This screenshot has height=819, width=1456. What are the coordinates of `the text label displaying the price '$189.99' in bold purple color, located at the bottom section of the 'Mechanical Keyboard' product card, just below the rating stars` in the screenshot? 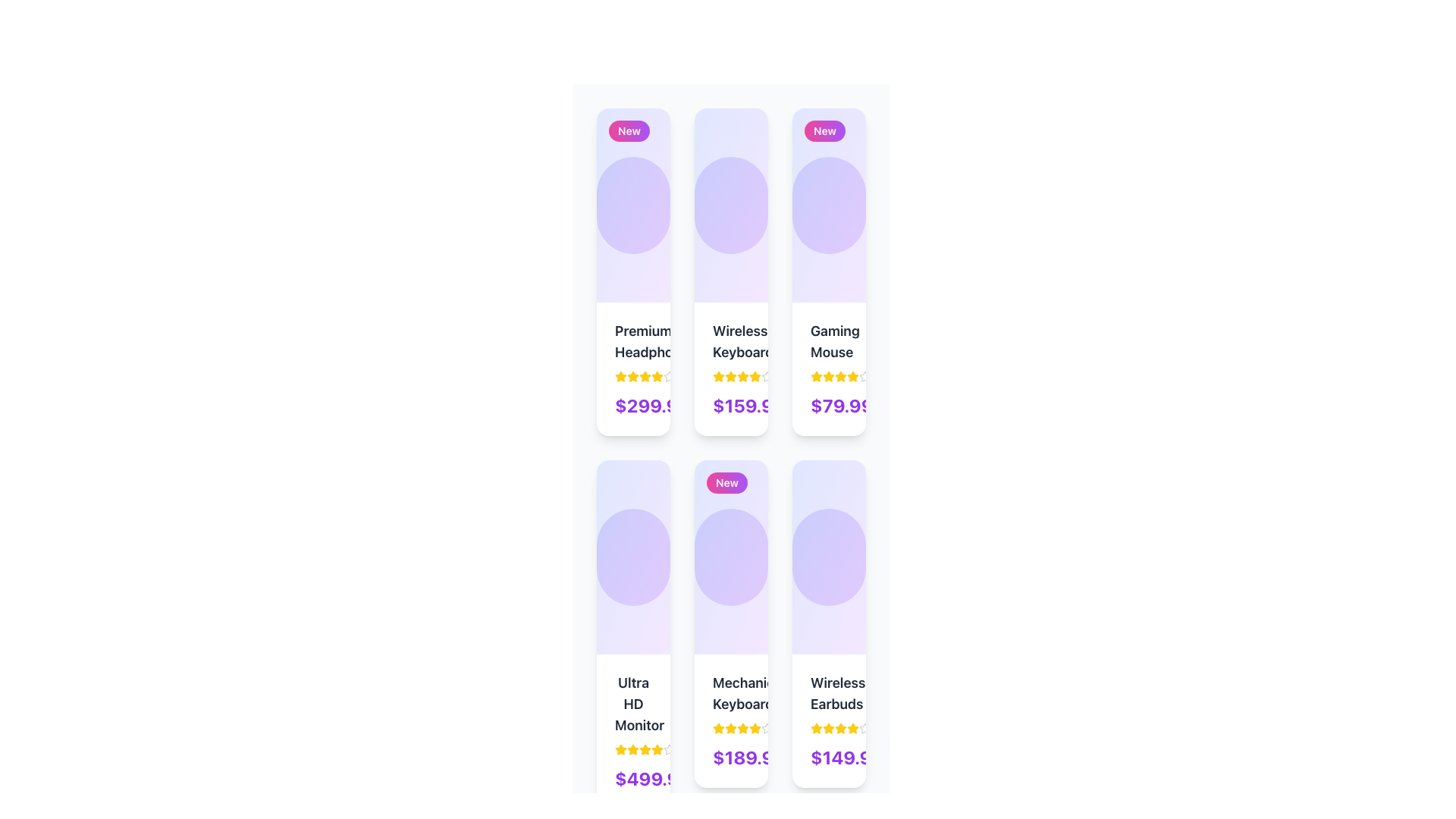 It's located at (731, 758).